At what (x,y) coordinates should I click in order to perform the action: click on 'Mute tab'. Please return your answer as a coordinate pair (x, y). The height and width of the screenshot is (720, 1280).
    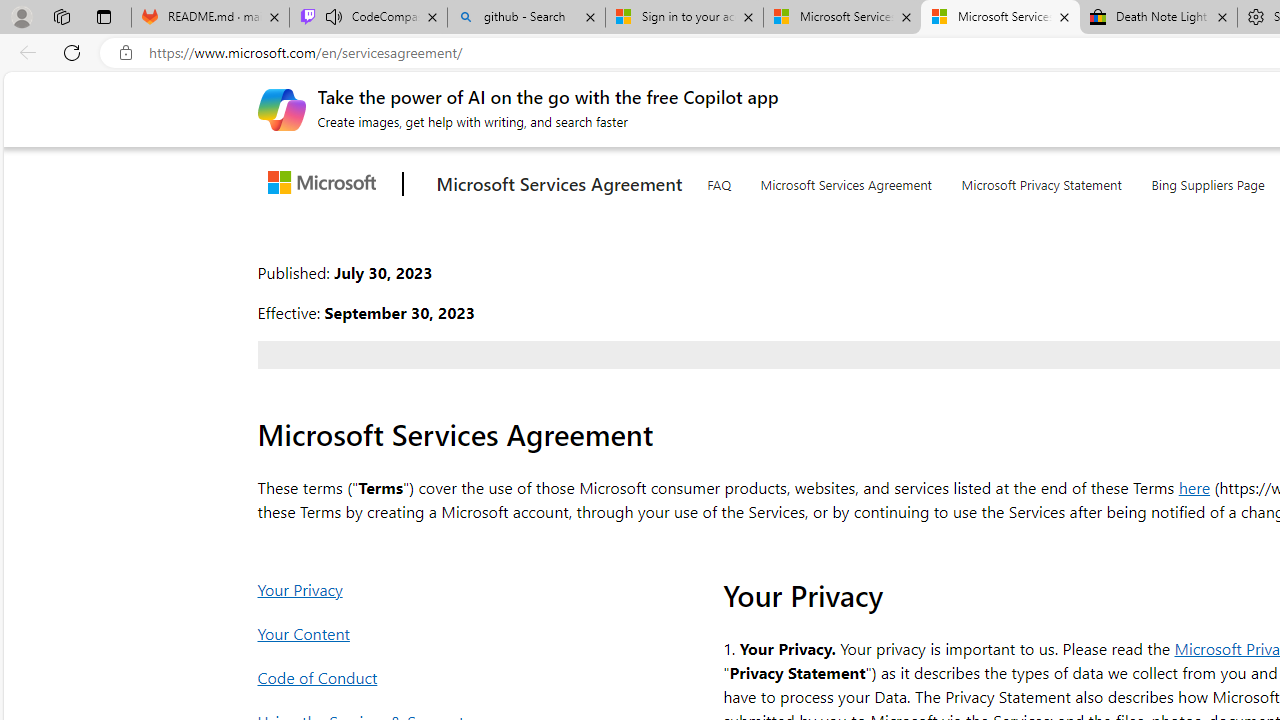
    Looking at the image, I should click on (334, 16).